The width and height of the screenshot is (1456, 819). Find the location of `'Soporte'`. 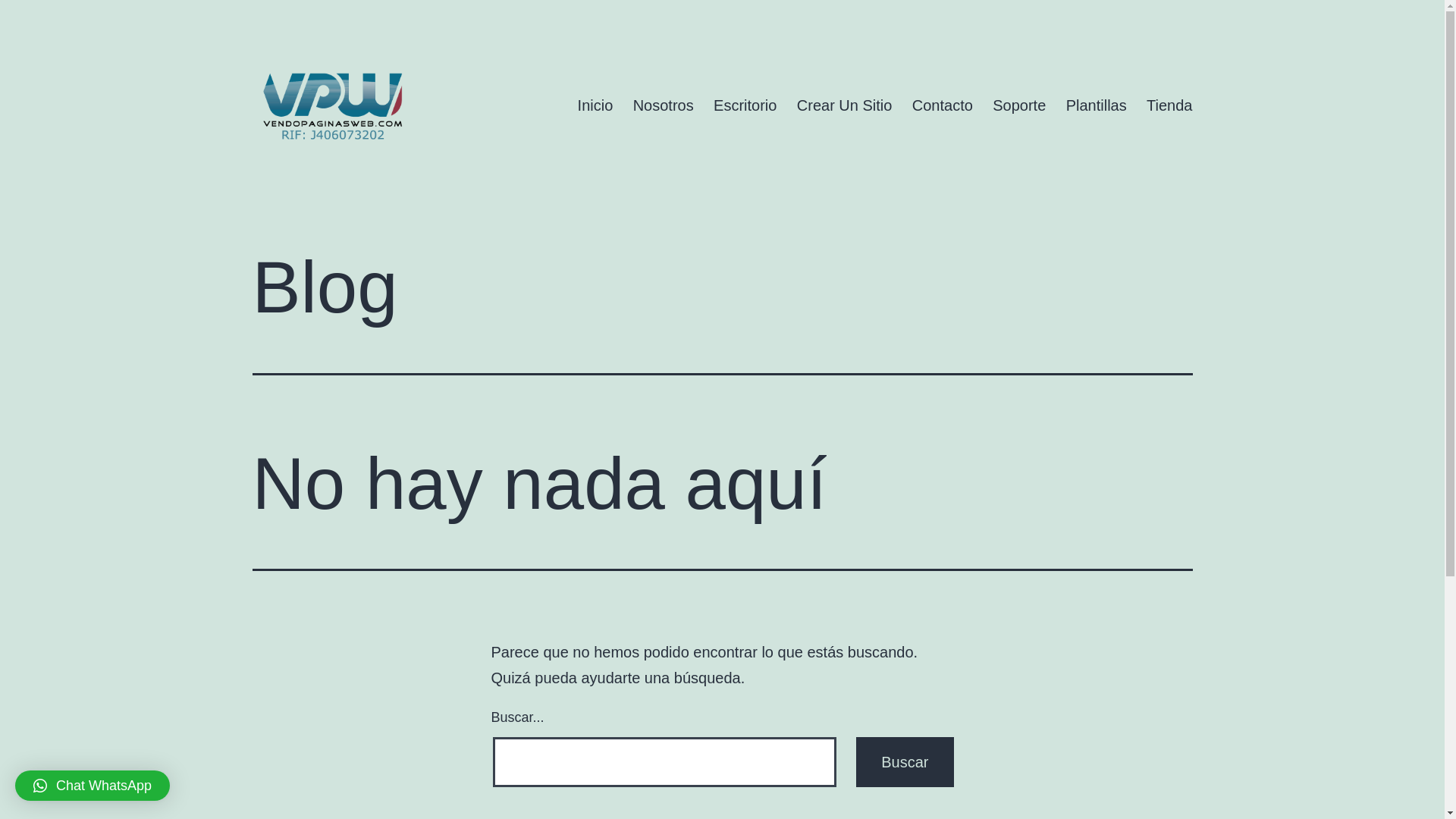

'Soporte' is located at coordinates (983, 104).